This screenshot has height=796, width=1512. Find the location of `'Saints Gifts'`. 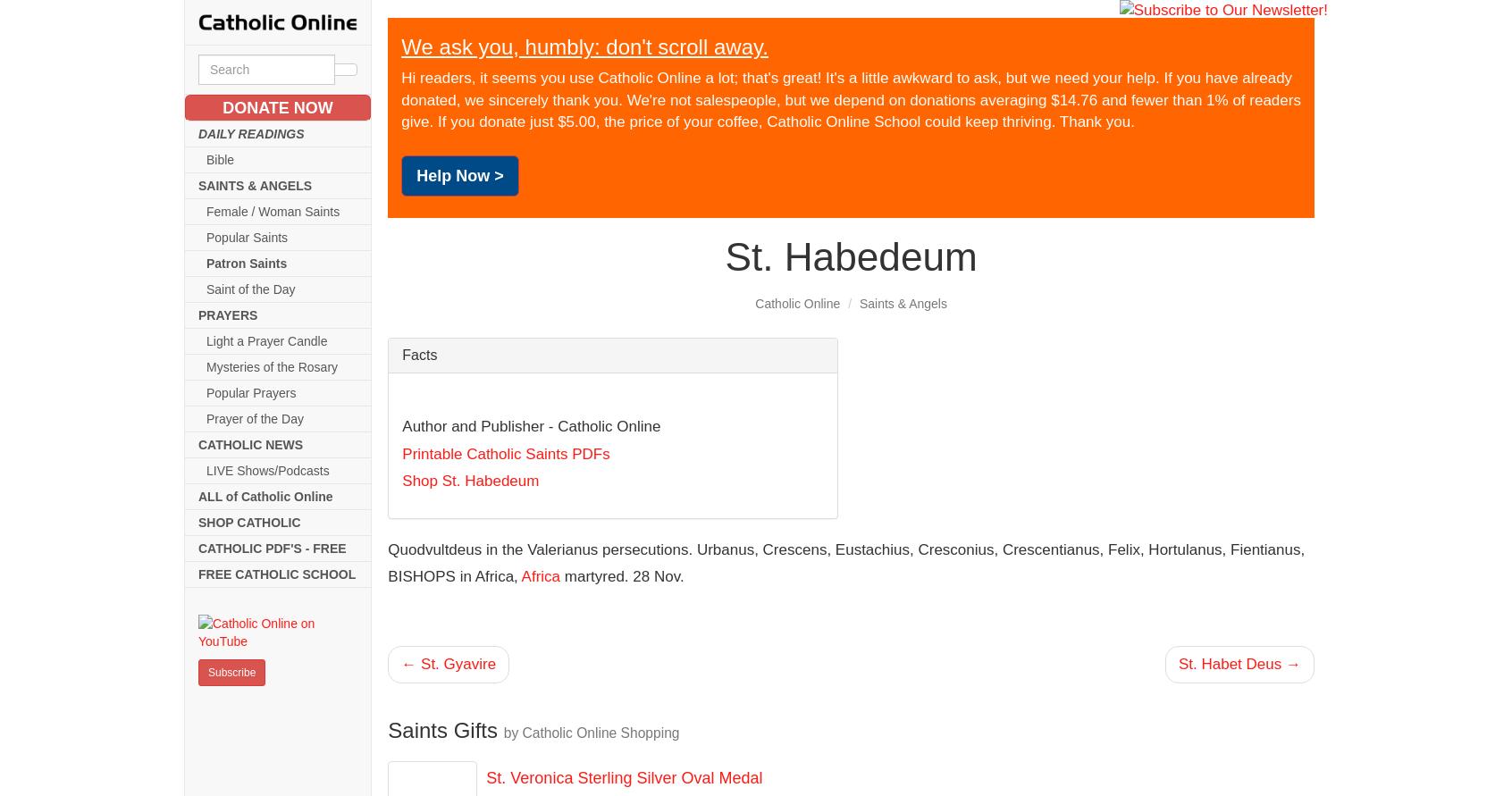

'Saints Gifts' is located at coordinates (445, 729).